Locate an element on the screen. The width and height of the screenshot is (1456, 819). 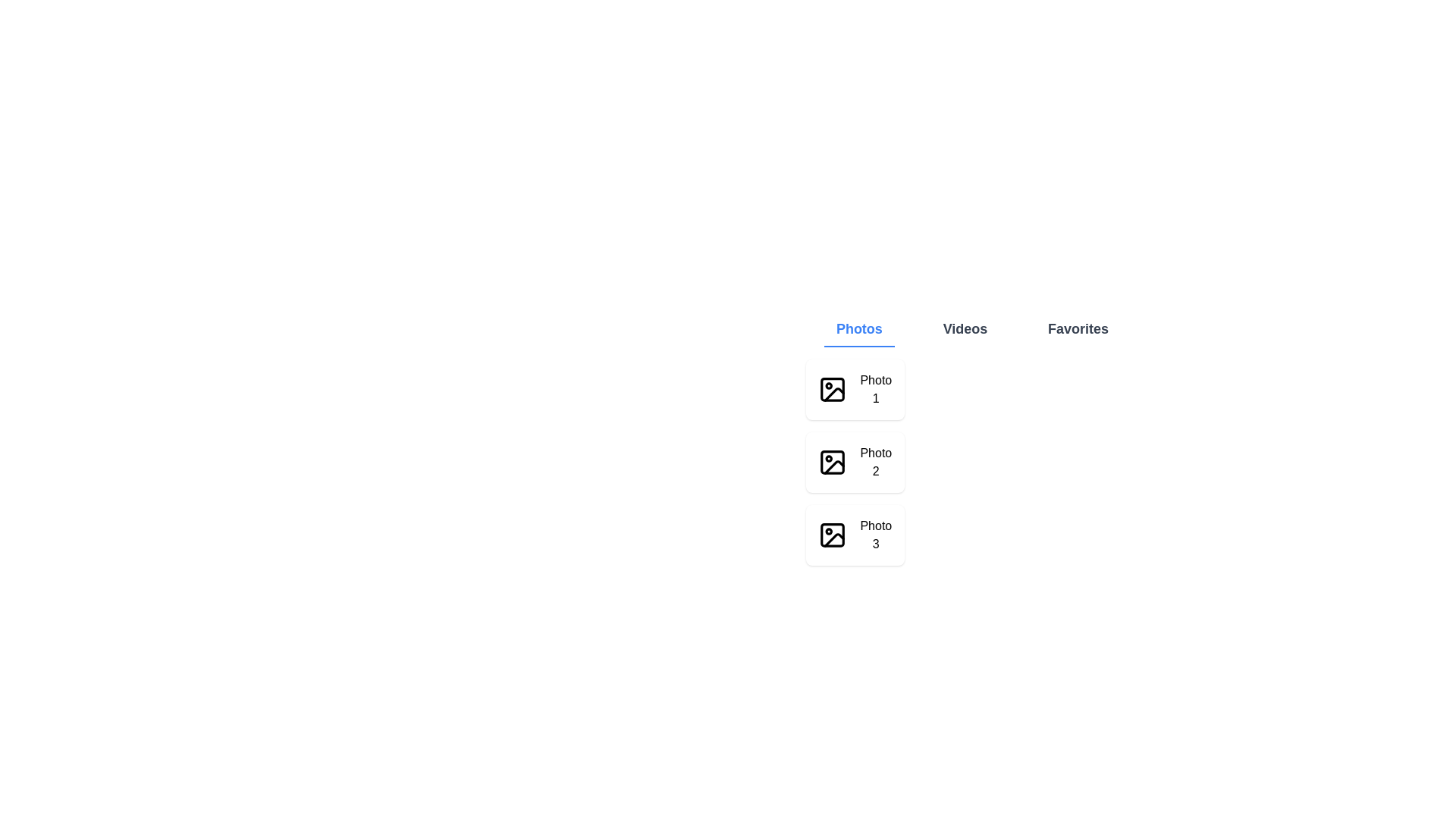
the first image thumbnail in the vertical list of photo elements under the 'Photos' tab is located at coordinates (832, 388).